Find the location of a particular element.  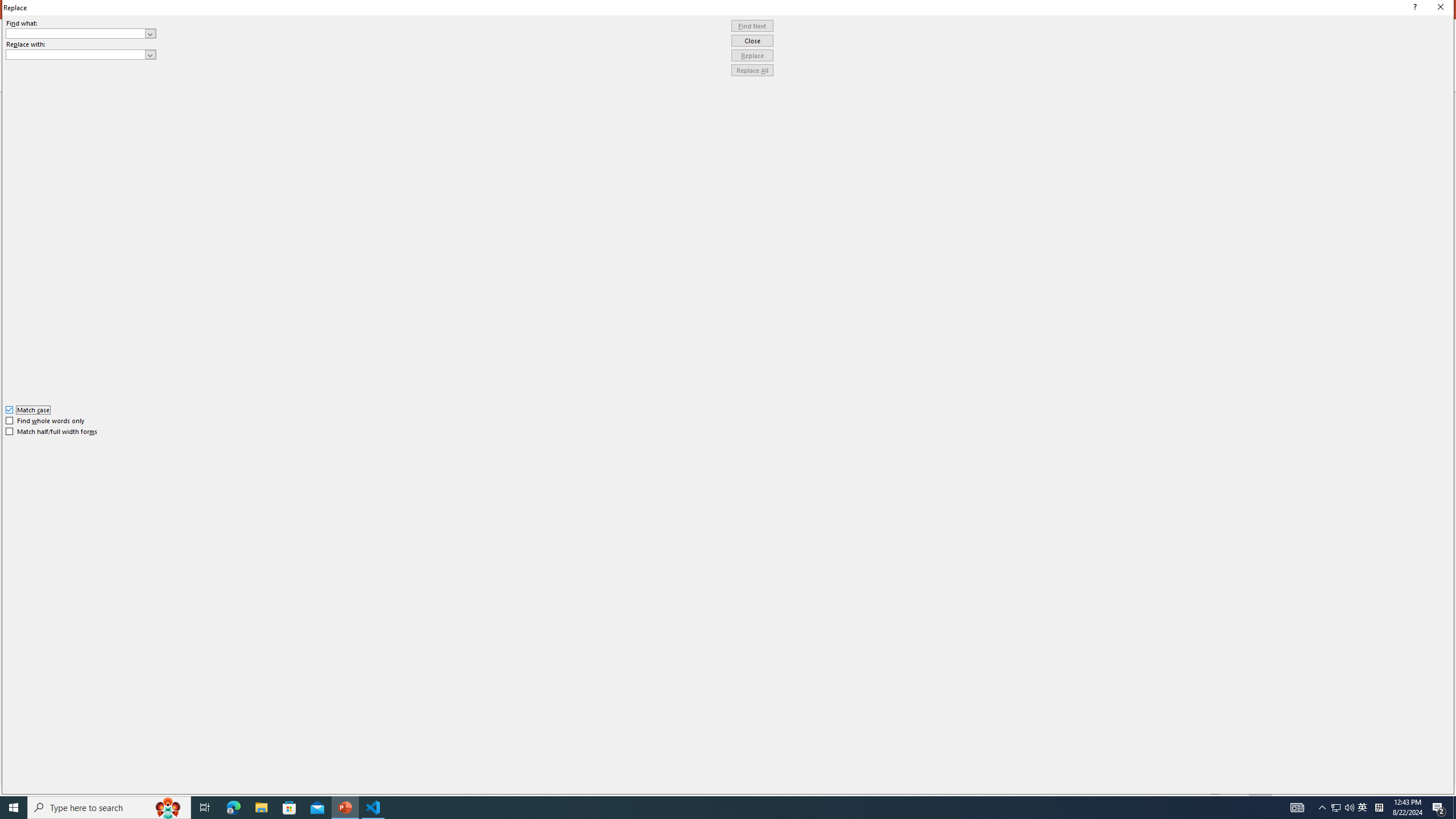

'Context help' is located at coordinates (1413, 9).